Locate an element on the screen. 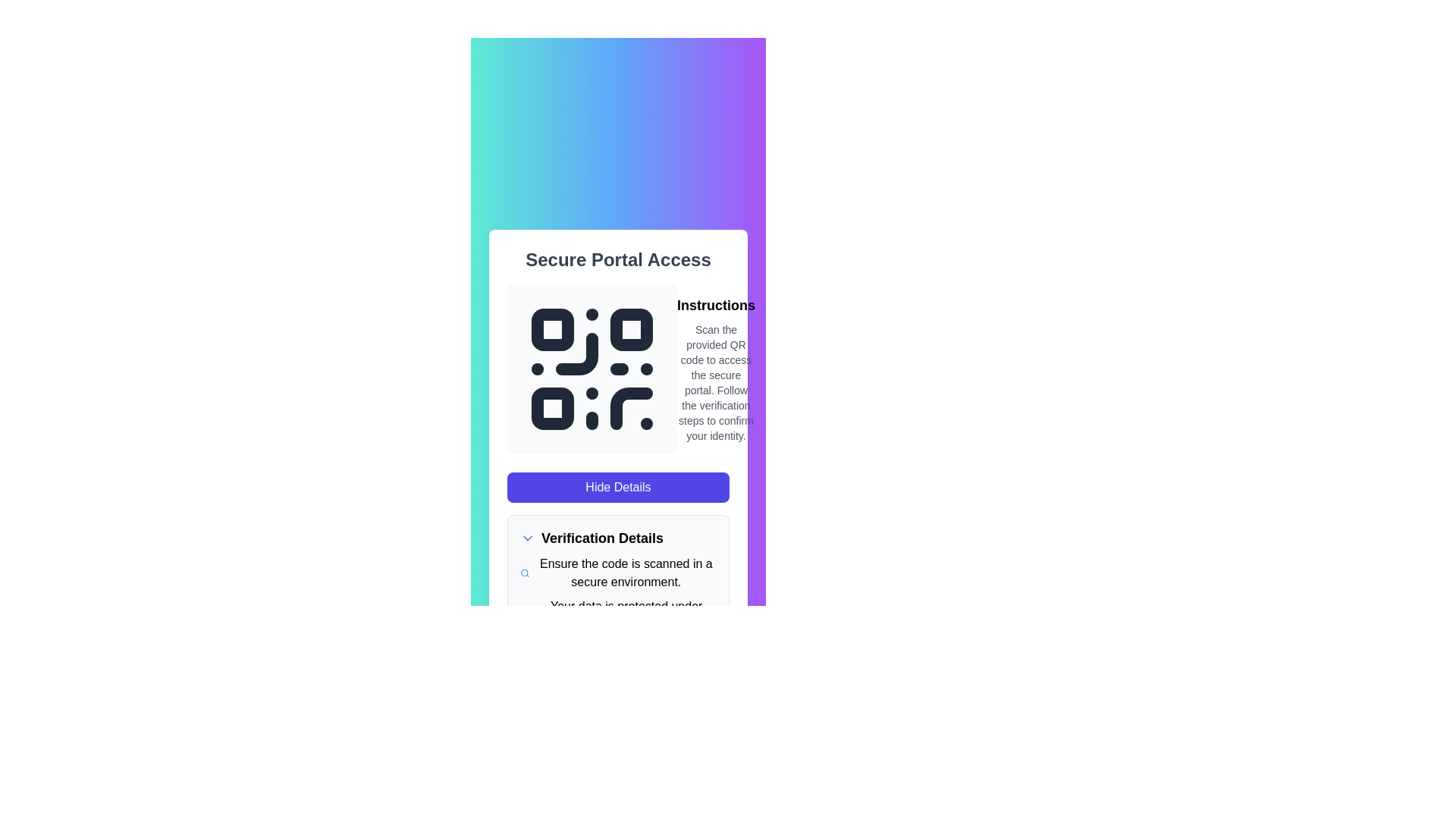  the informative text block that contains the sentences about secure code scanning and data privacy, located in the 'Verification Details' section is located at coordinates (618, 593).